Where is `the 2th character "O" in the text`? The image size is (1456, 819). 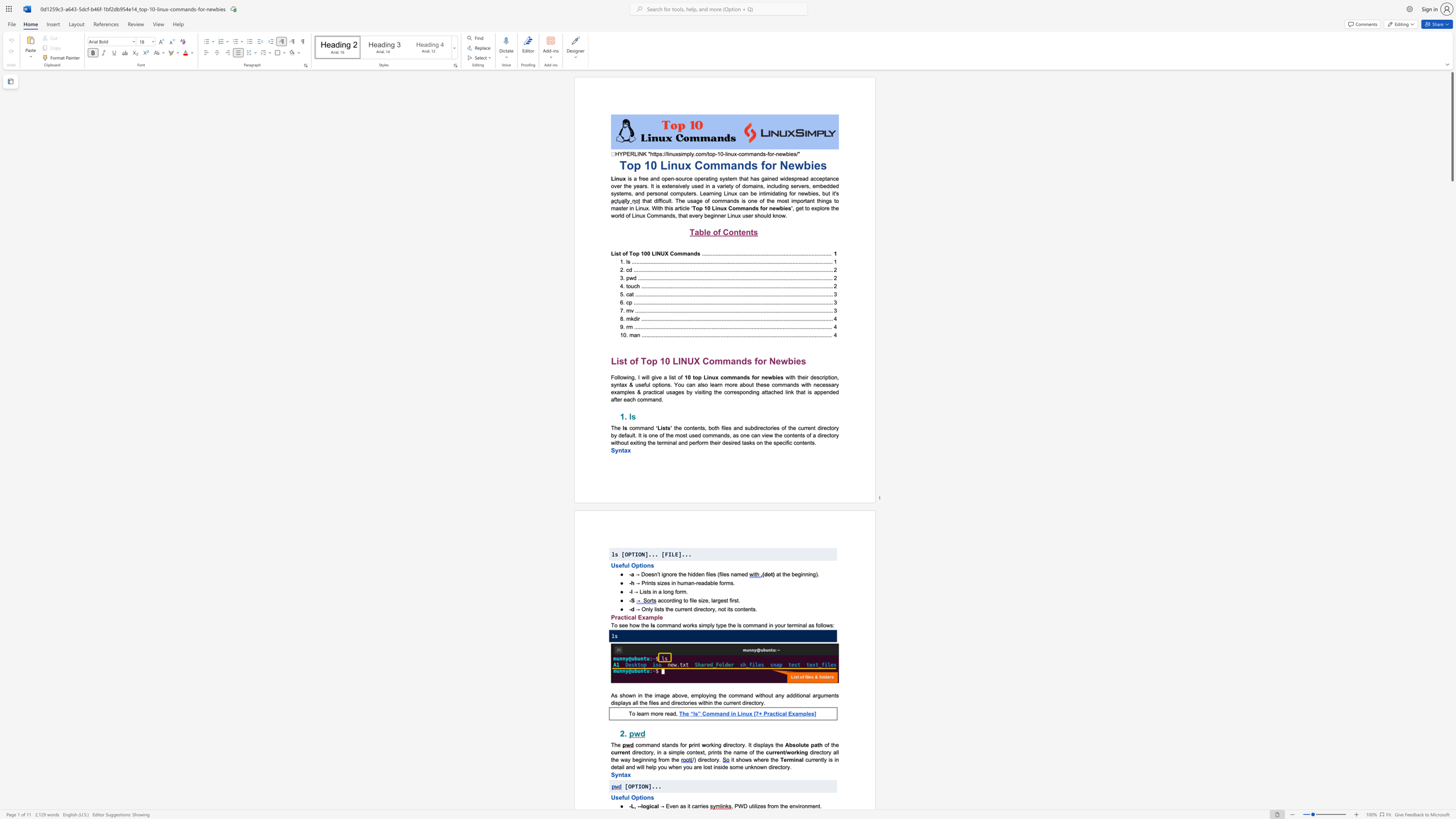 the 2th character "O" in the text is located at coordinates (643, 786).